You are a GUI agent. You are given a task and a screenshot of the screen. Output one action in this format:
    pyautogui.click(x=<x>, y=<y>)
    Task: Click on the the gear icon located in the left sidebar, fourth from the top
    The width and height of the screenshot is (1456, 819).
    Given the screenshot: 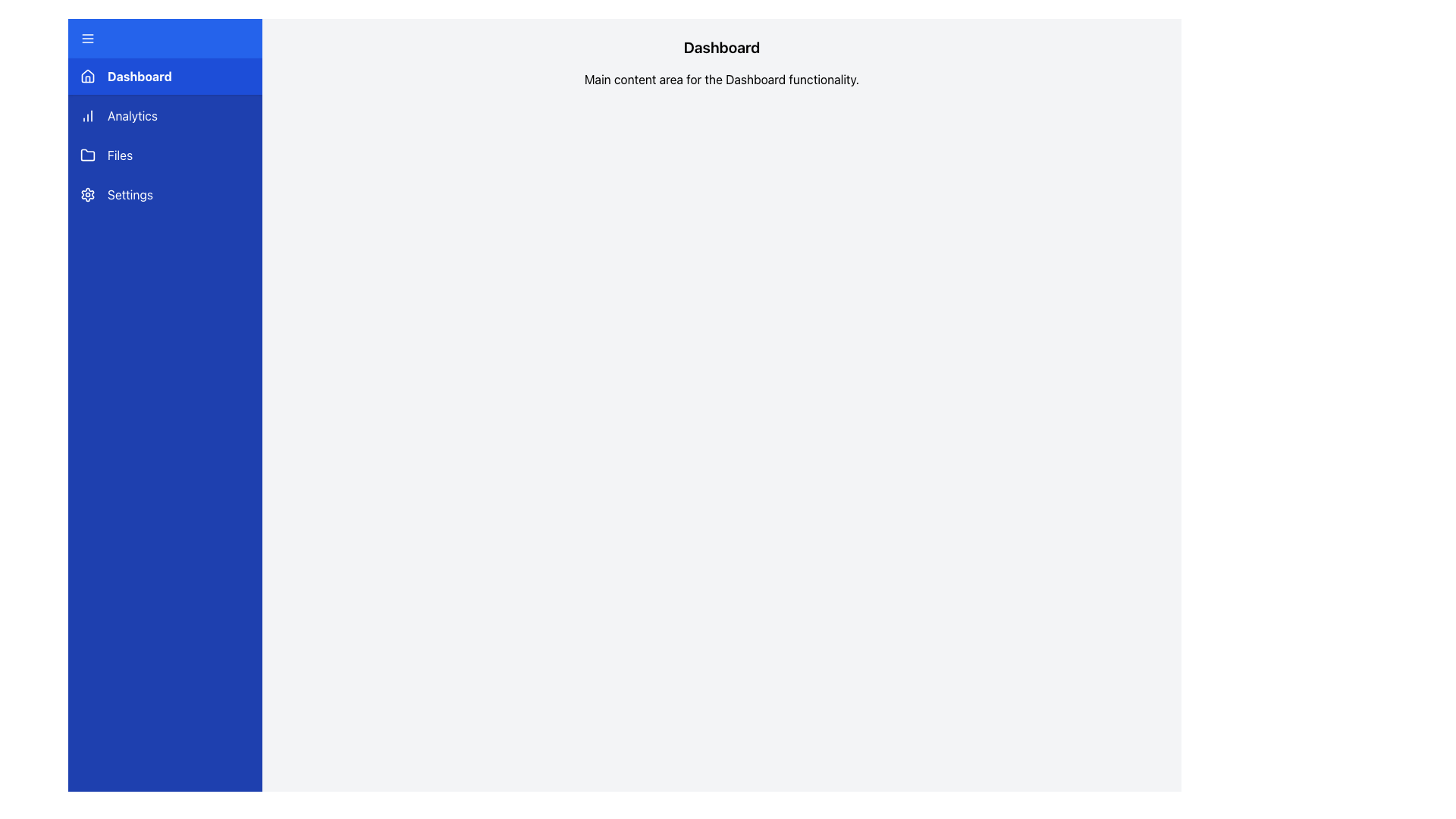 What is the action you would take?
    pyautogui.click(x=86, y=194)
    